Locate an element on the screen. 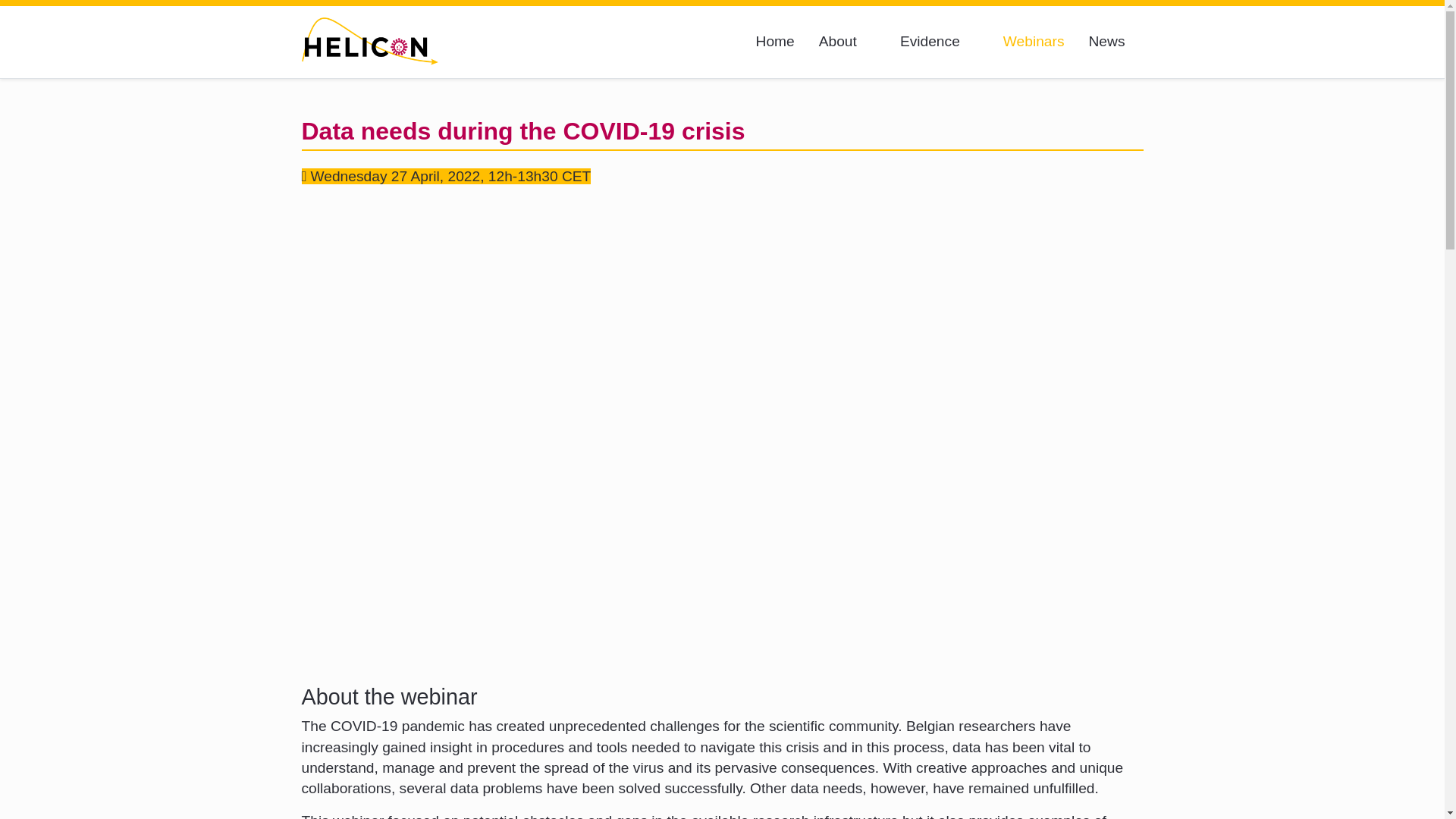 The width and height of the screenshot is (1456, 819). 'Webinars' is located at coordinates (1033, 41).